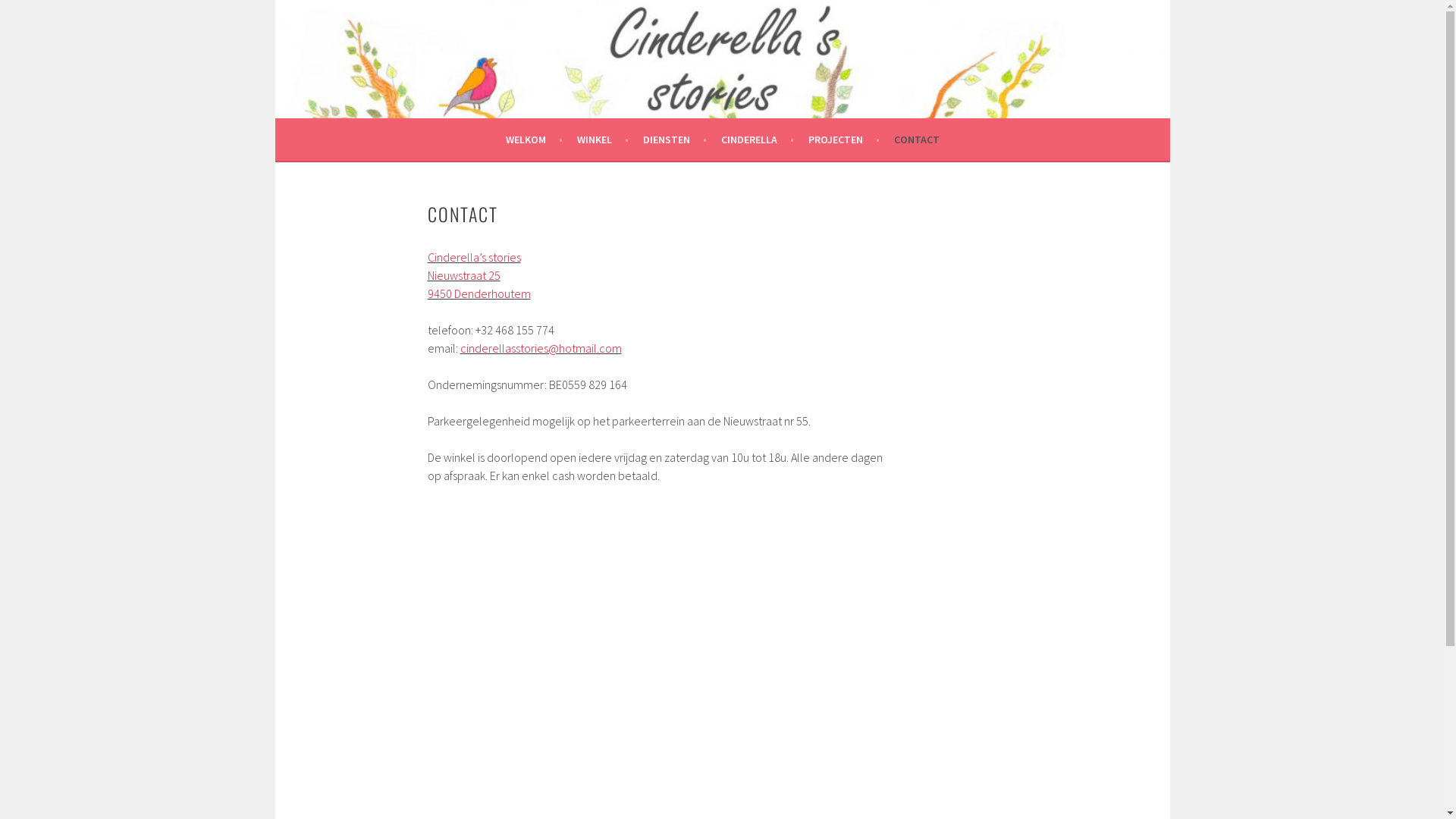  What do you see at coordinates (540, 348) in the screenshot?
I see `'cinderellasstories@hotmail.com'` at bounding box center [540, 348].